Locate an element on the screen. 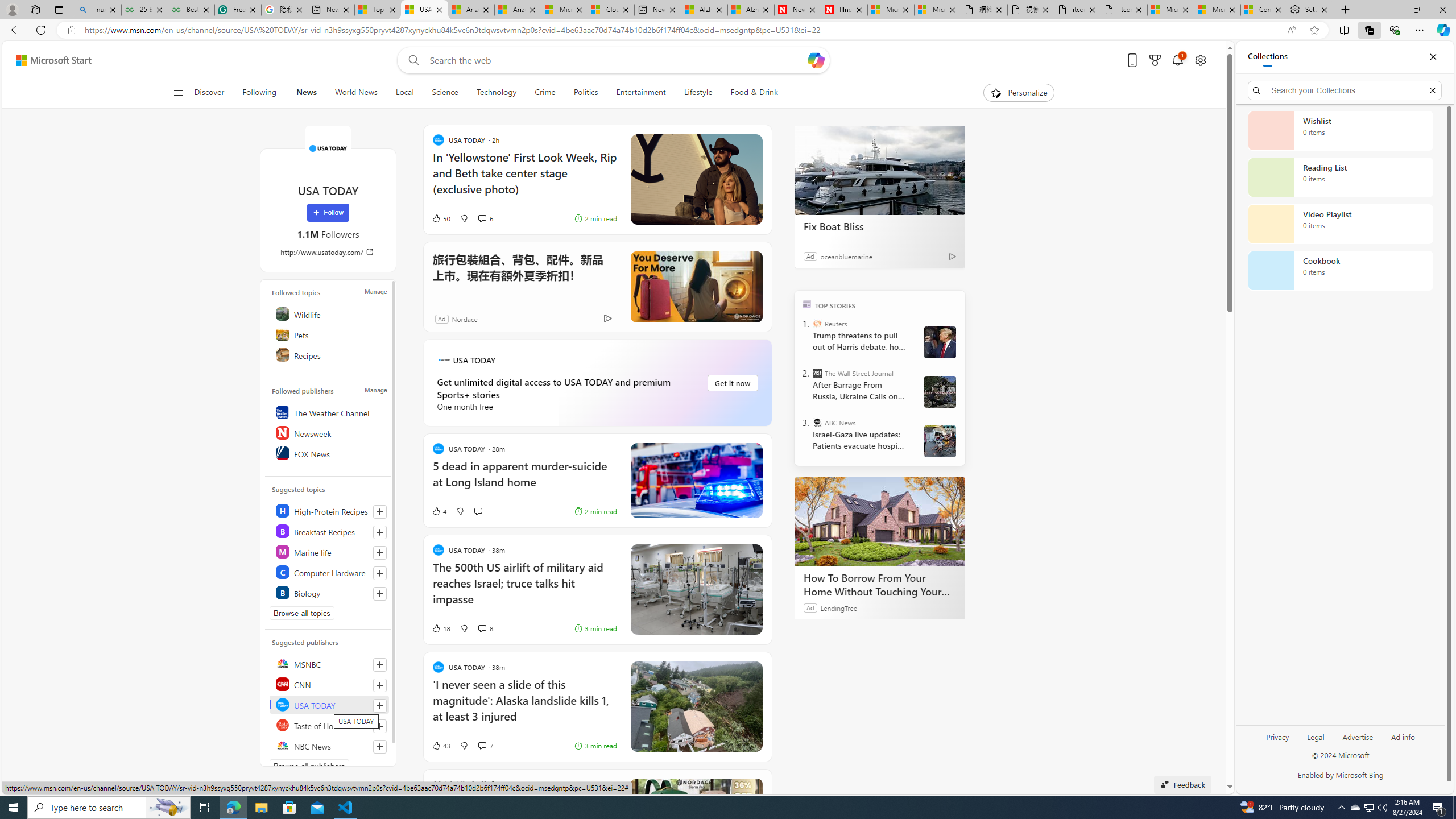  'http://www.usatoday.com/' is located at coordinates (328, 251).